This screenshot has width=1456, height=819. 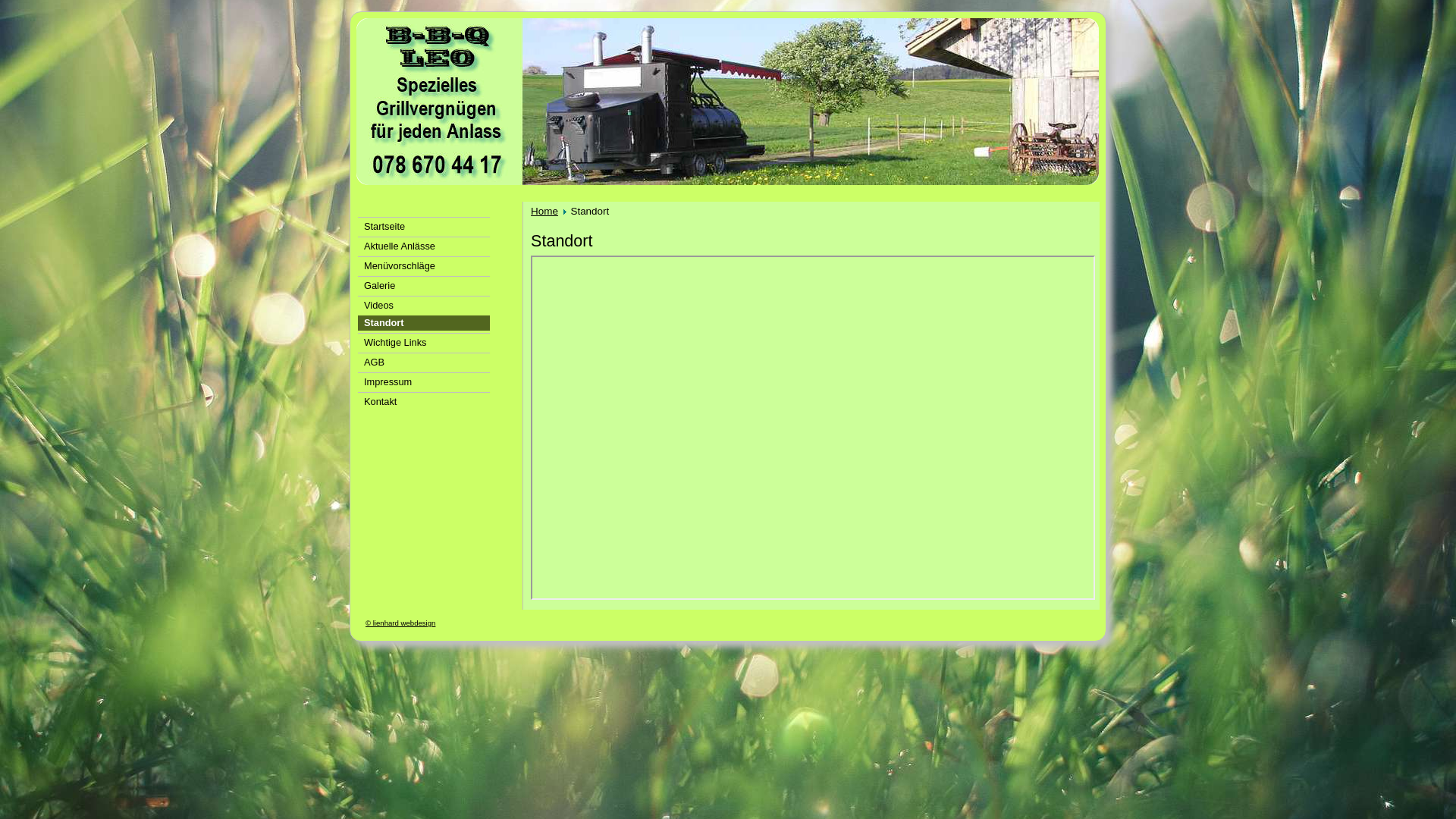 I want to click on 'Kontakt', so click(x=423, y=400).